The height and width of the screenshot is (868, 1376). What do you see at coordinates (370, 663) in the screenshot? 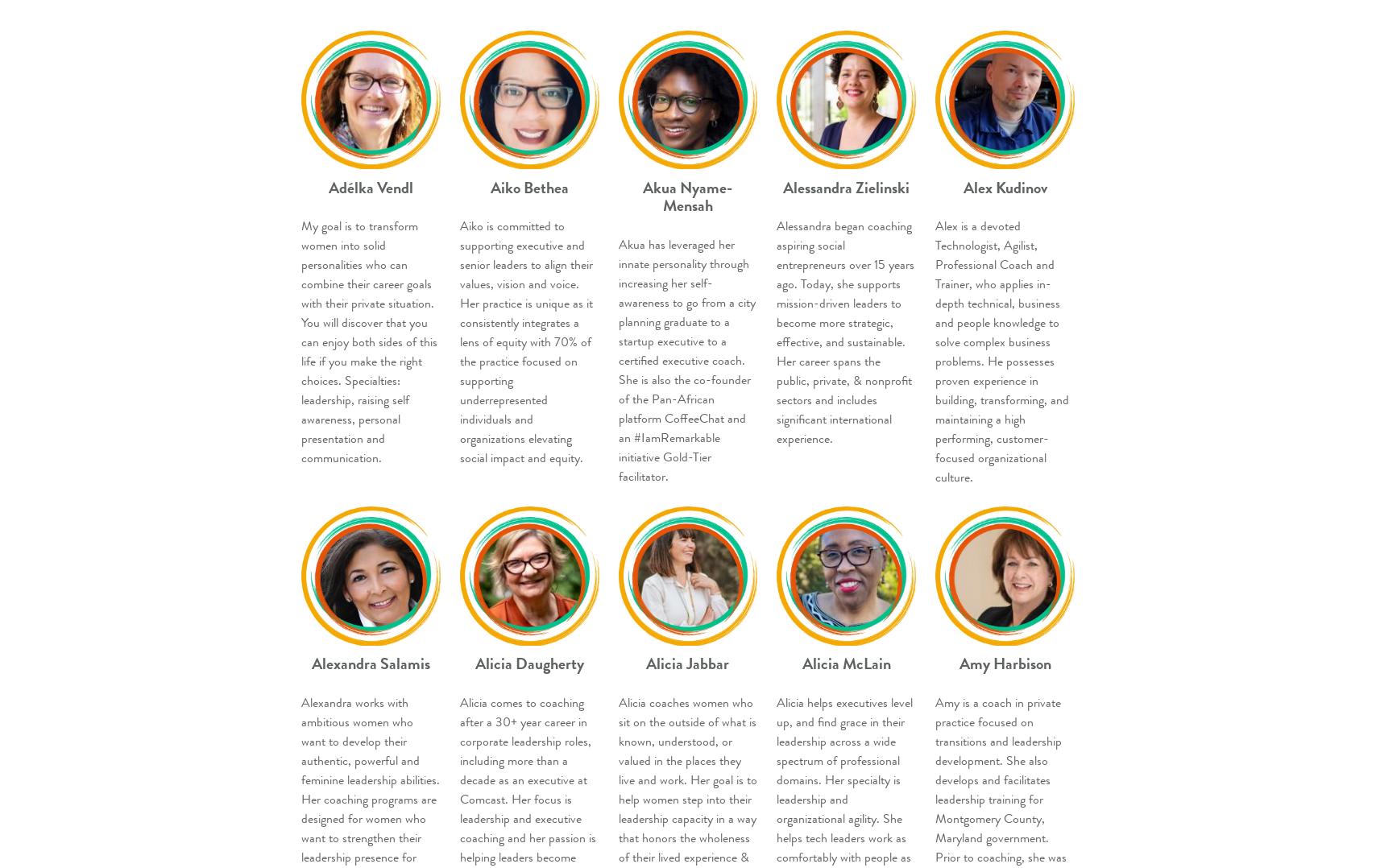
I see `'Alexandra Salamis'` at bounding box center [370, 663].